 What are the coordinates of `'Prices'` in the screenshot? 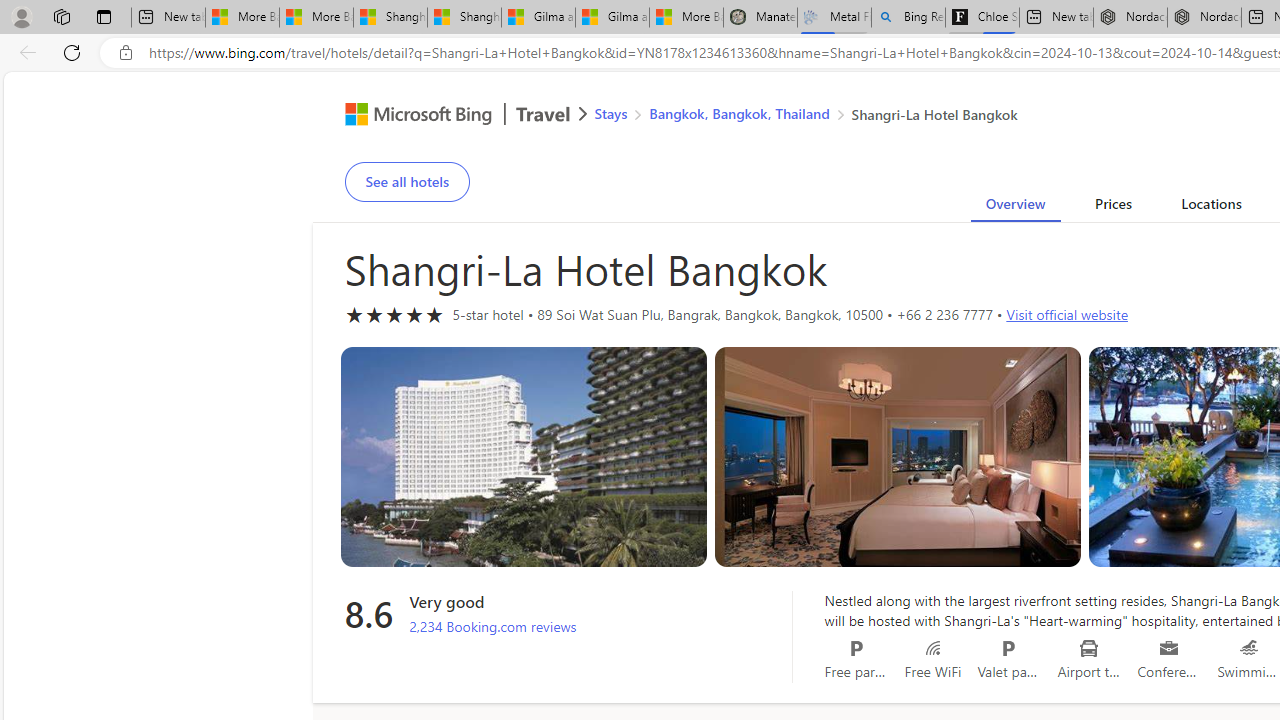 It's located at (1111, 207).